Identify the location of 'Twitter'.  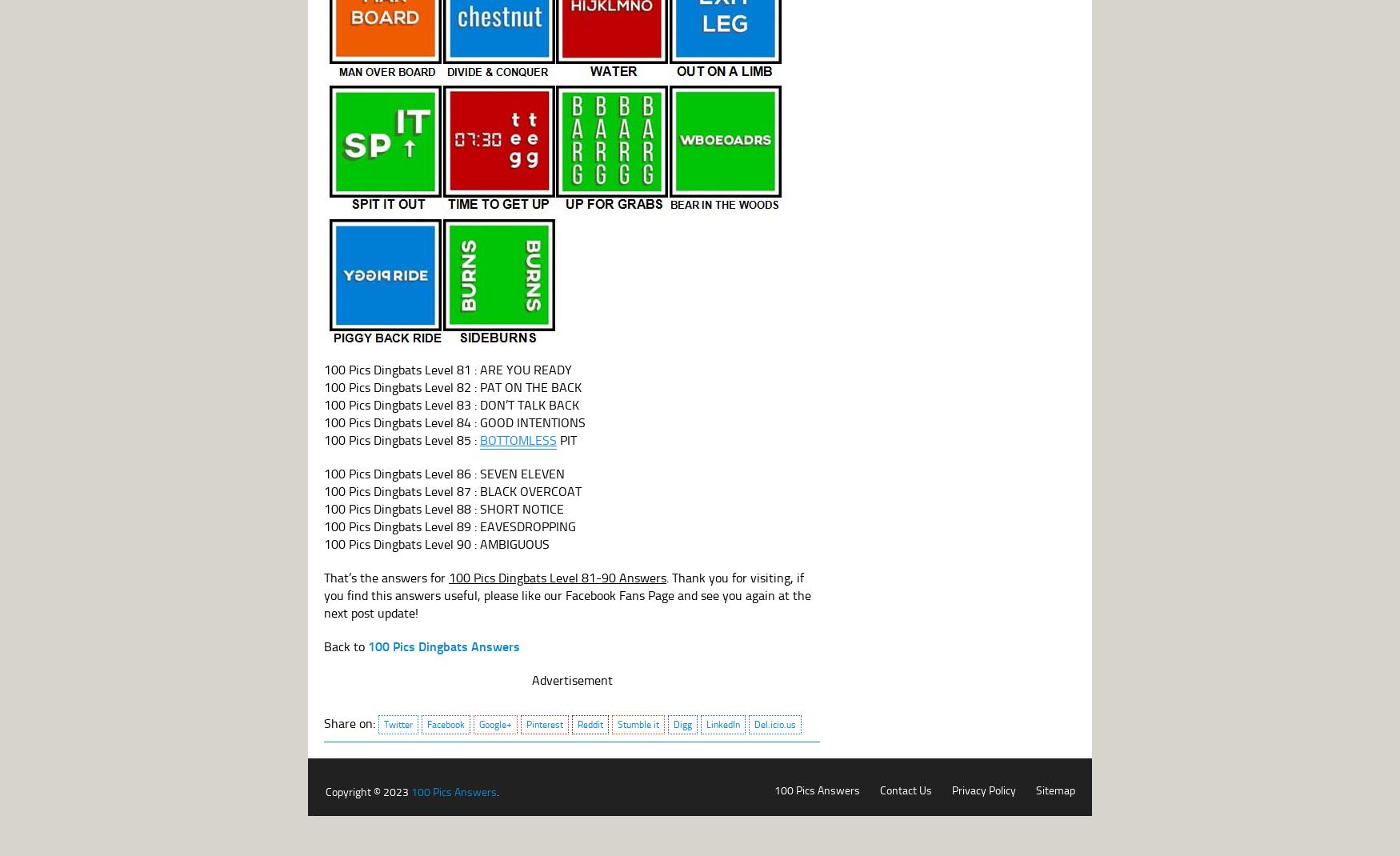
(398, 723).